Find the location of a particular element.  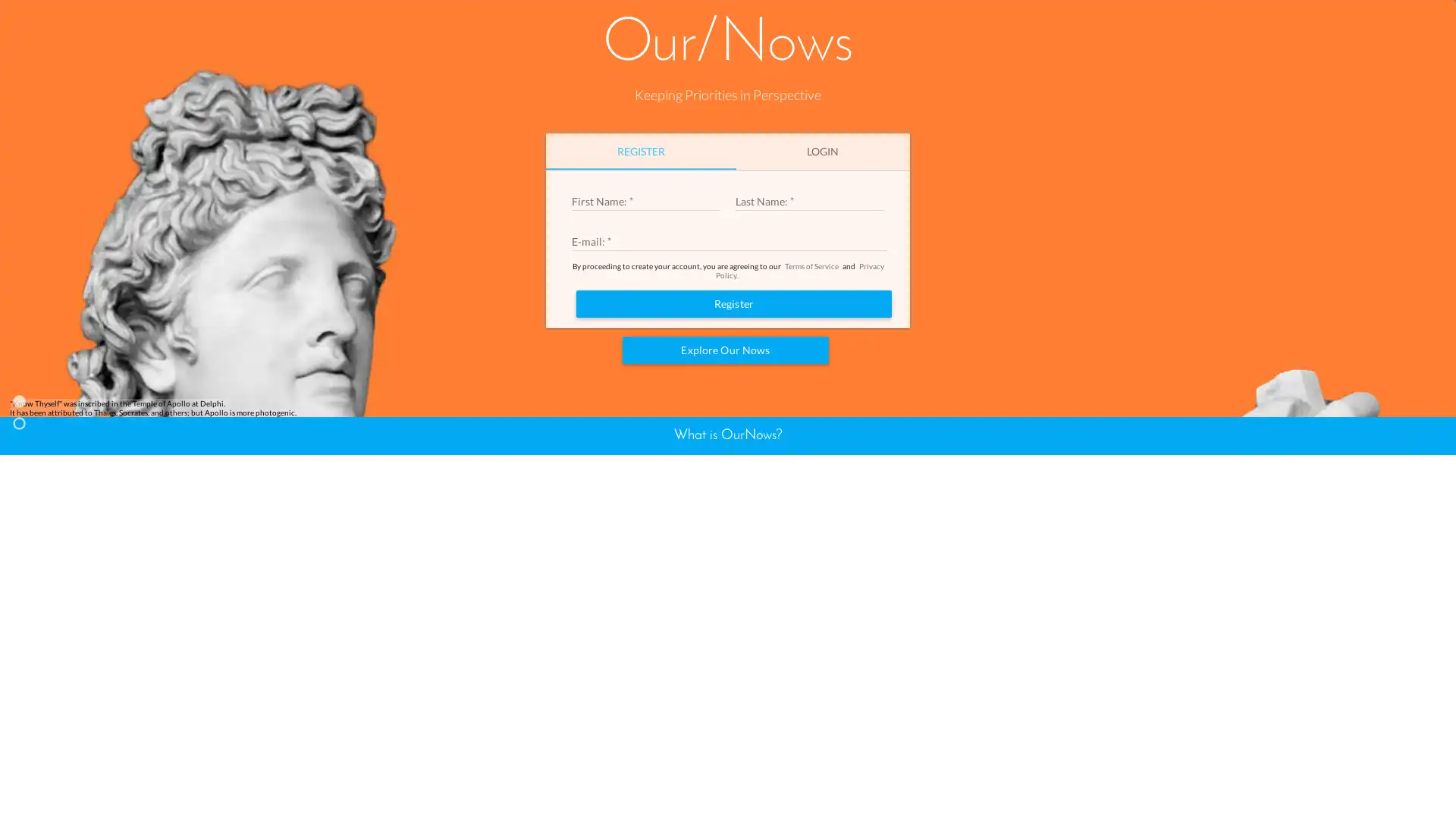

Register is located at coordinates (734, 485).